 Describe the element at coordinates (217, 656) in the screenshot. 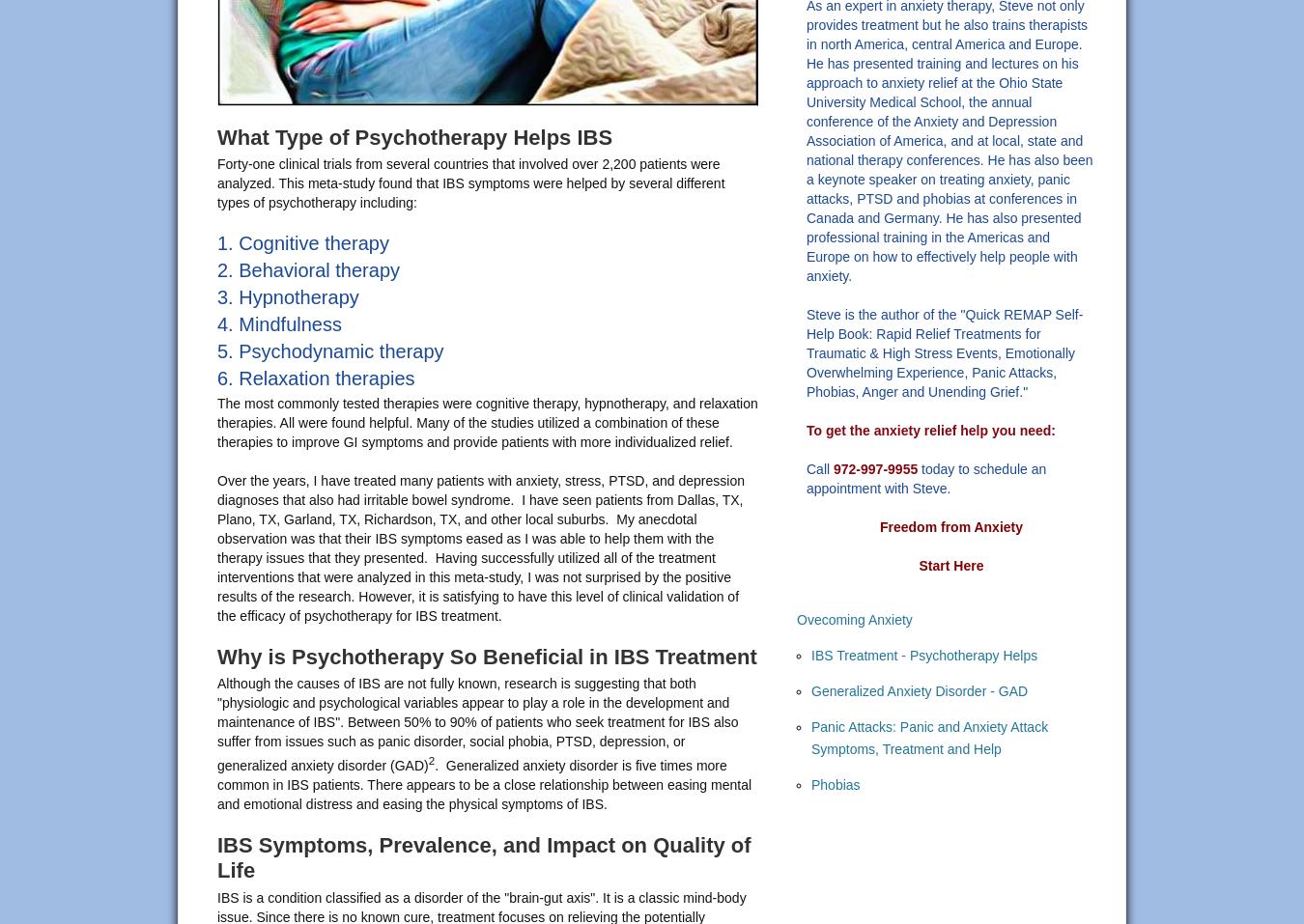

I see `'Why is Psychotherapy So Beneficial in IBS Treatment'` at that location.